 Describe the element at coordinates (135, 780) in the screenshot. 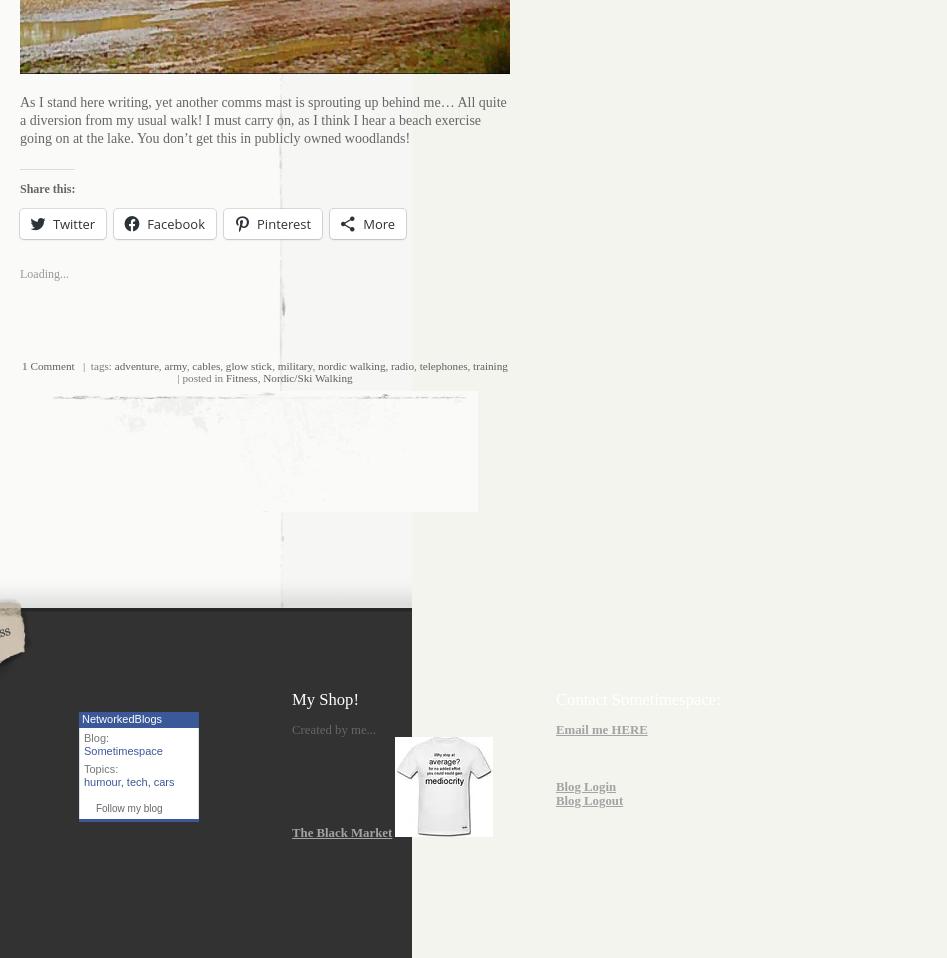

I see `'tech'` at that location.